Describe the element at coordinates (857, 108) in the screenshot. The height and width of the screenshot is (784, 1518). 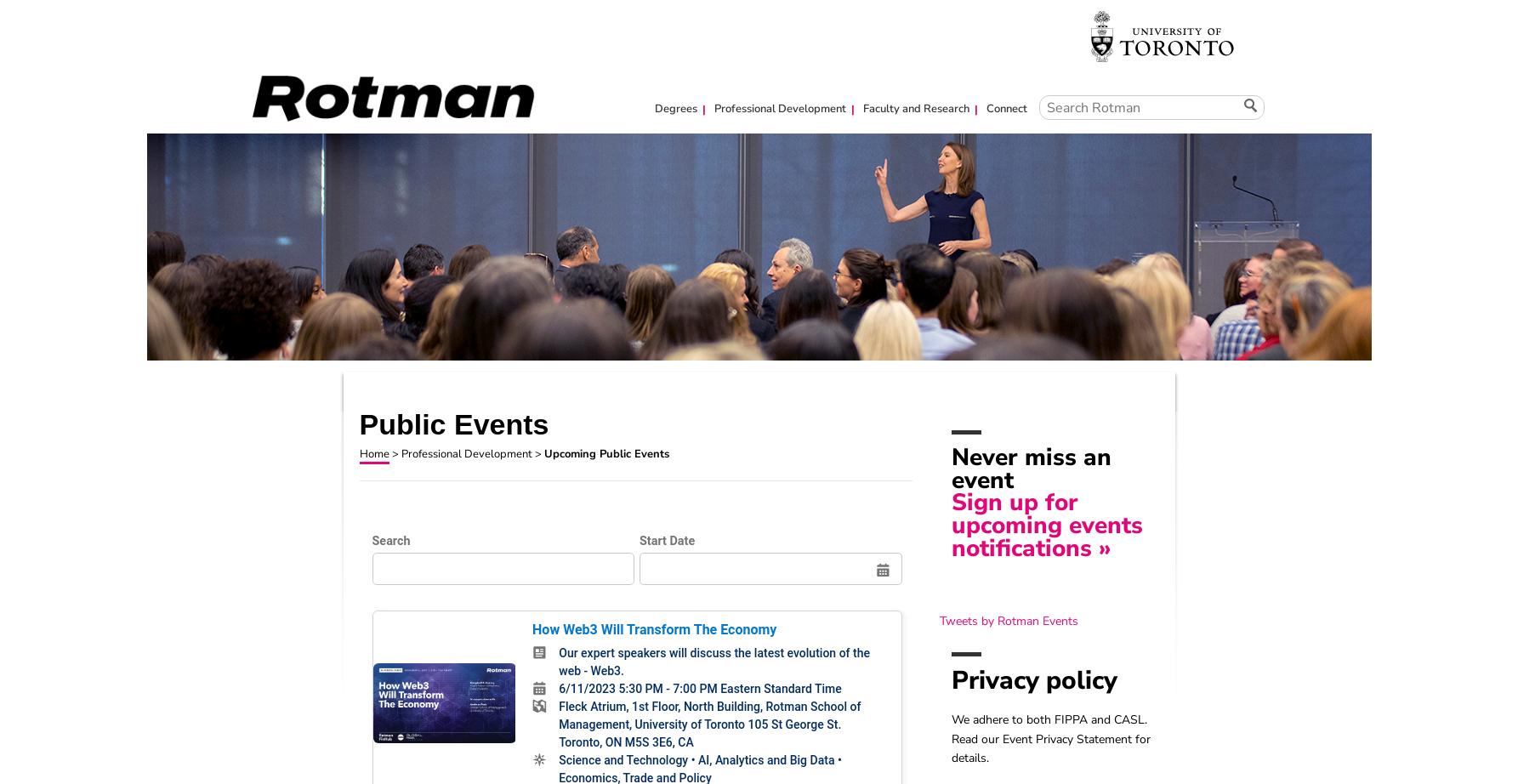
I see `'Faculty and Research'` at that location.